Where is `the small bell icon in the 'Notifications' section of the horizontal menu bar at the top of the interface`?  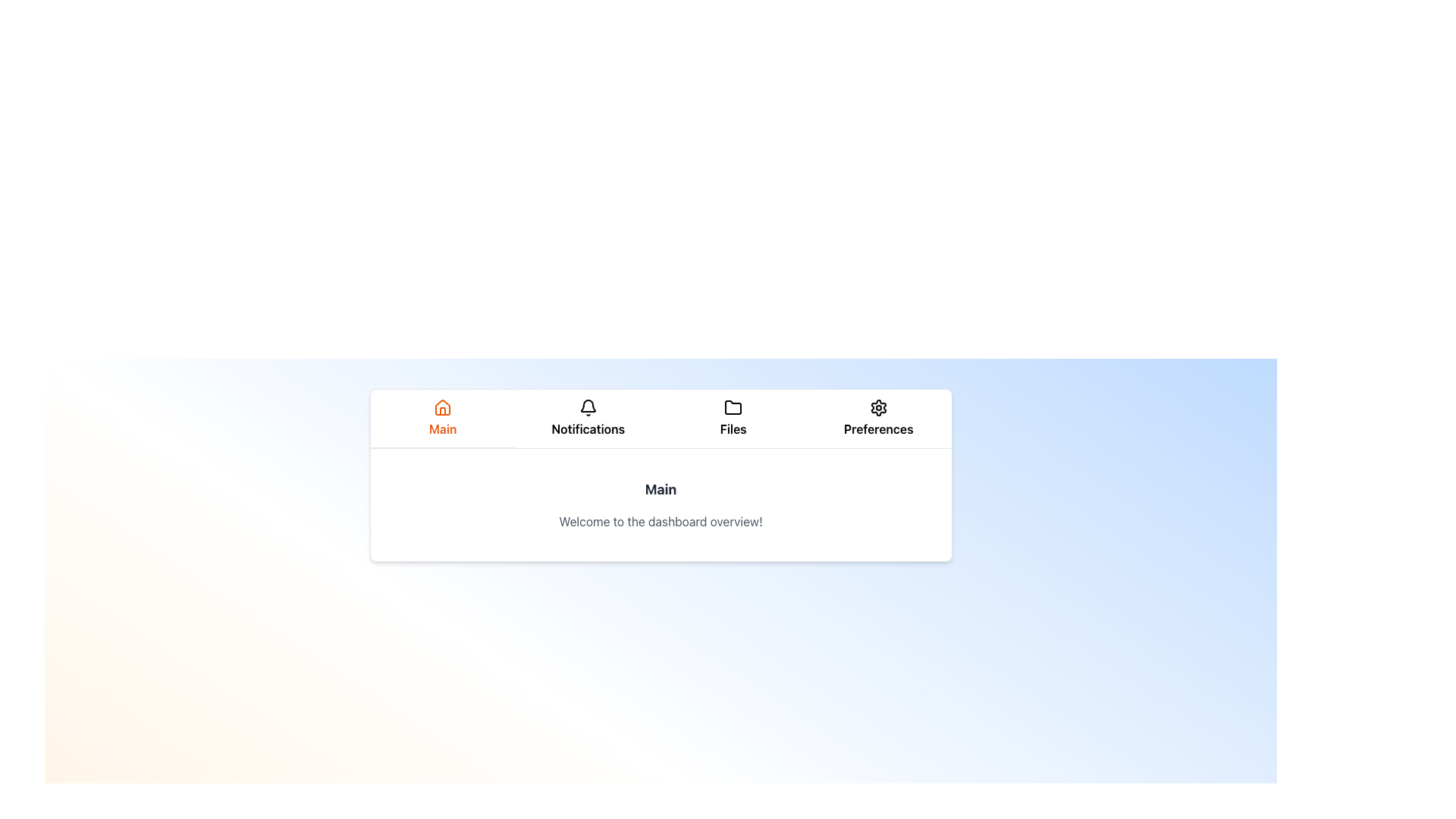
the small bell icon in the 'Notifications' section of the horizontal menu bar at the top of the interface is located at coordinates (587, 406).